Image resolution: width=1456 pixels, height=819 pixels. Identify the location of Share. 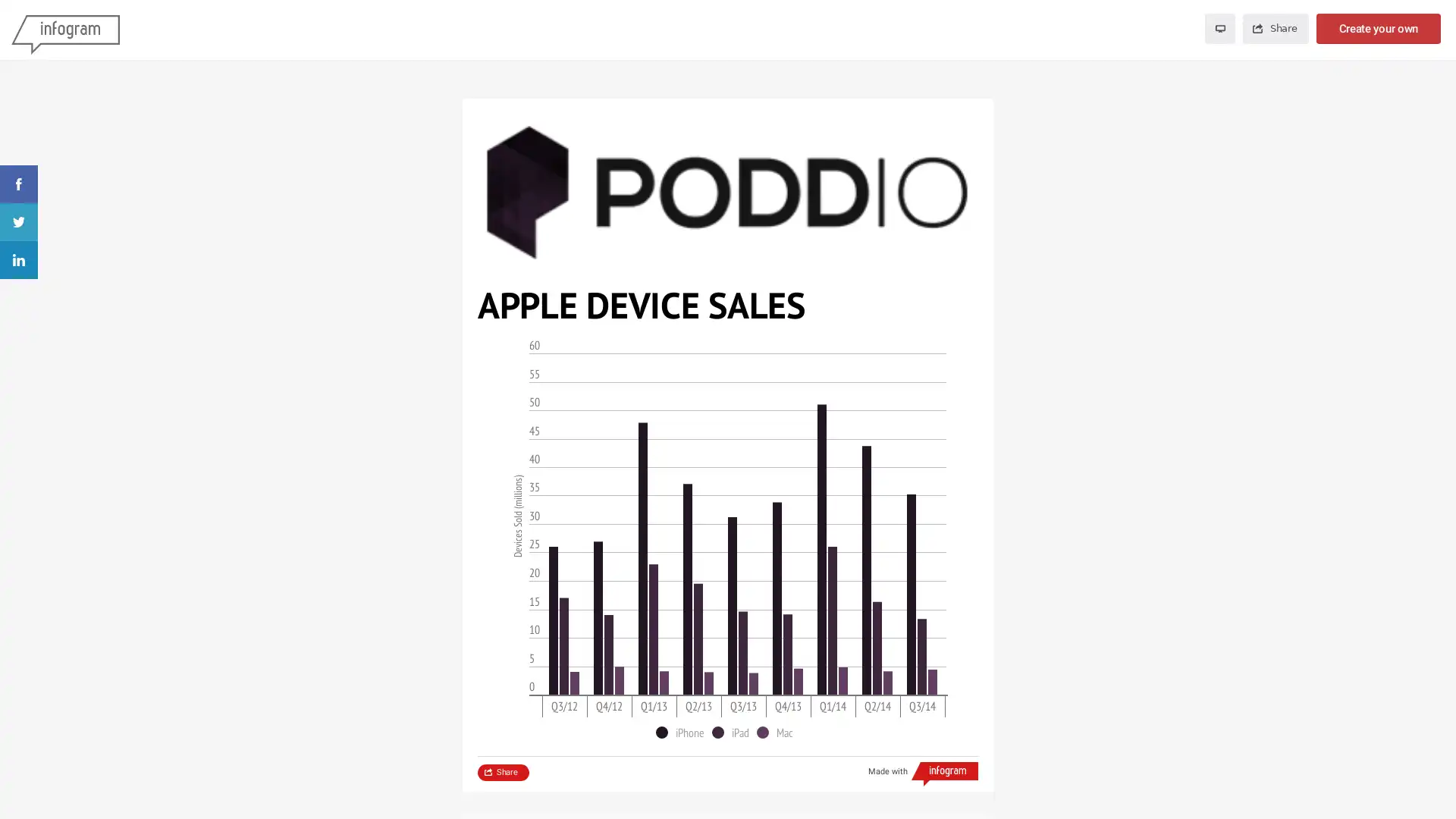
(503, 772).